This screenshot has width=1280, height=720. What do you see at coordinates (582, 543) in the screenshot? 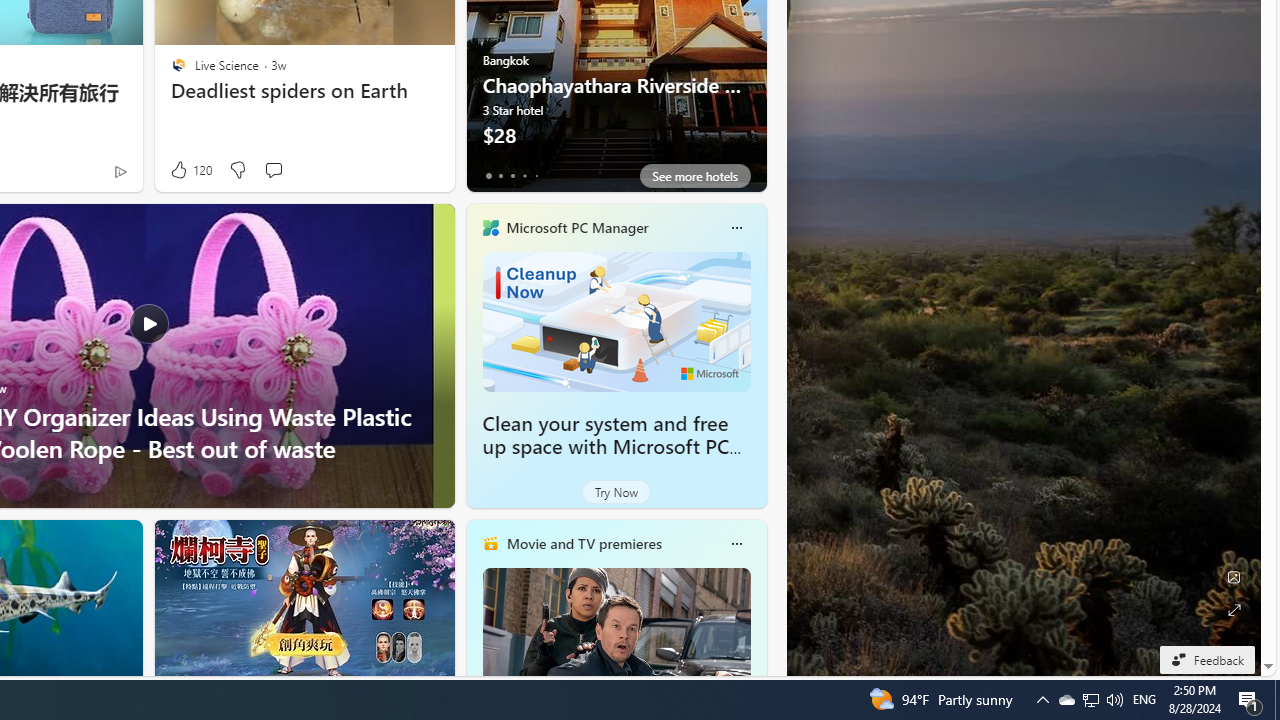
I see `'Movie and TV premieres'` at bounding box center [582, 543].